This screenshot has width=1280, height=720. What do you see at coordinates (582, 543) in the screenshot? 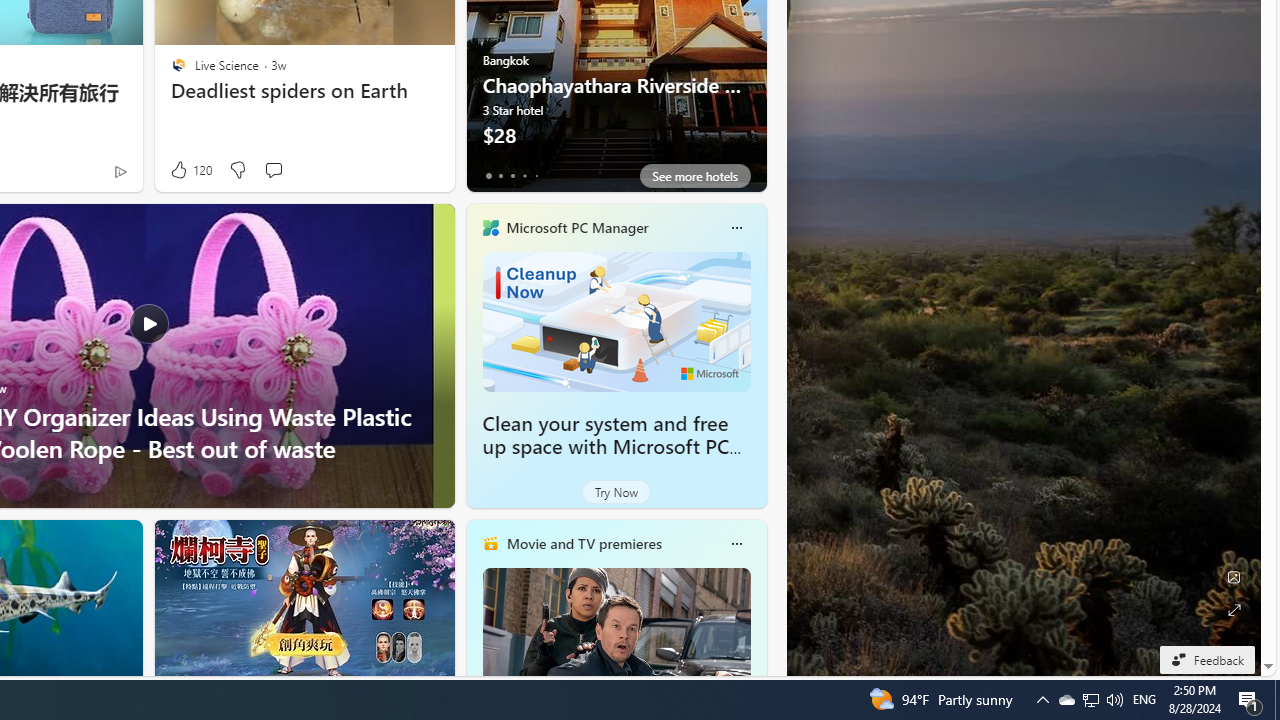
I see `'Movie and TV premieres'` at bounding box center [582, 543].